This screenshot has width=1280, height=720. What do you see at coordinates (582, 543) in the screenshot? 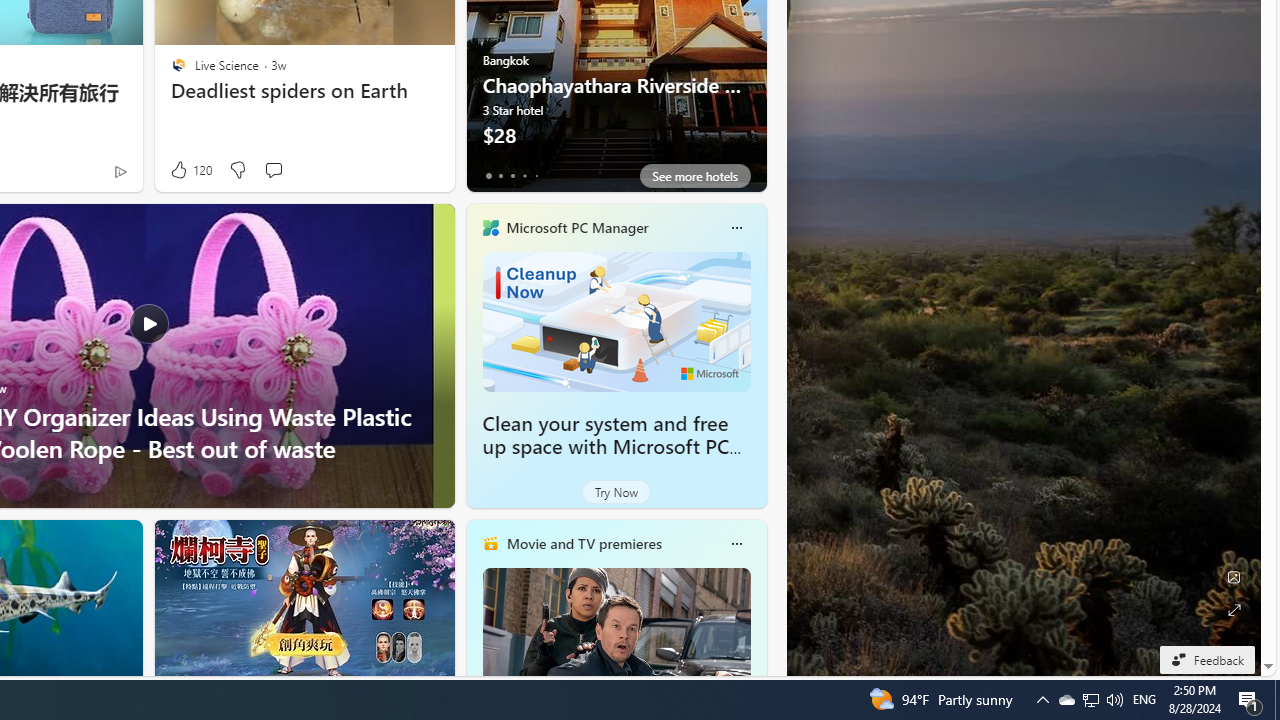
I see `'Movie and TV premieres'` at bounding box center [582, 543].